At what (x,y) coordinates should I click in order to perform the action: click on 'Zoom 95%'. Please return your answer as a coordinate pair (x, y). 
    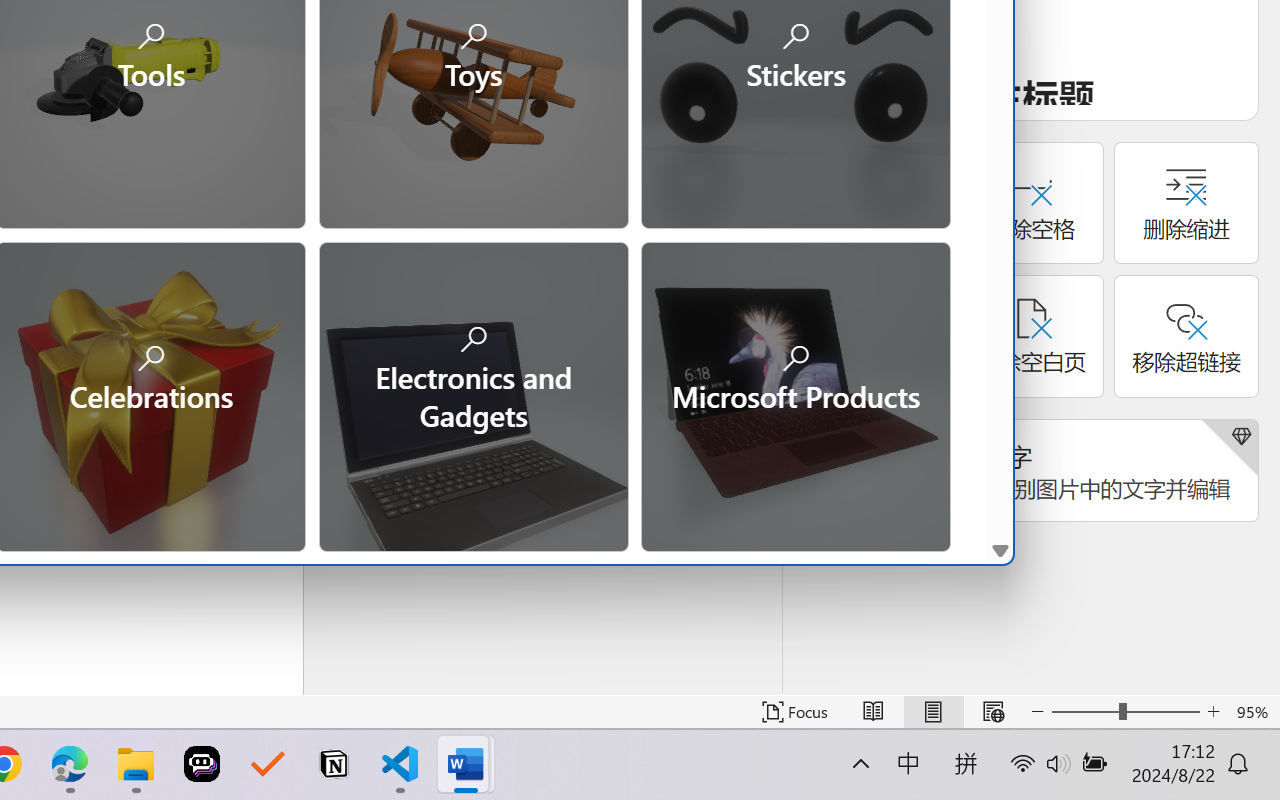
    Looking at the image, I should click on (1252, 711).